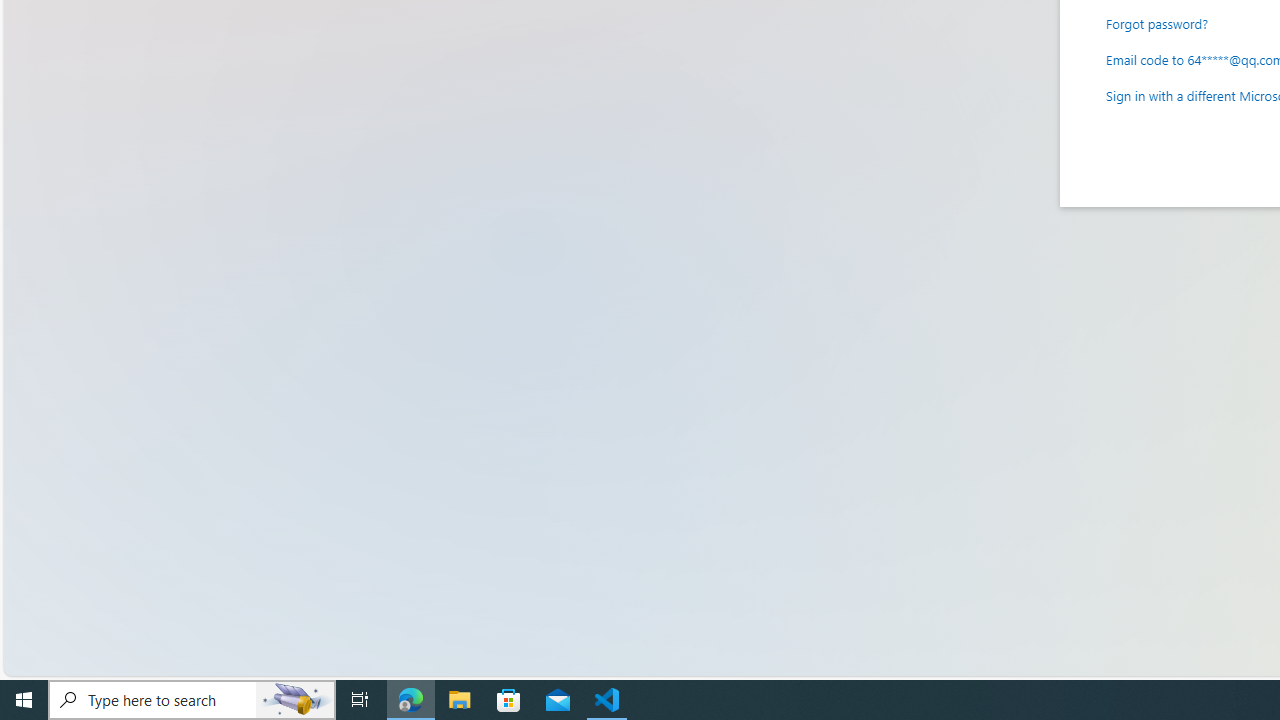 The height and width of the screenshot is (720, 1280). I want to click on 'Forgot password?', so click(1157, 22).